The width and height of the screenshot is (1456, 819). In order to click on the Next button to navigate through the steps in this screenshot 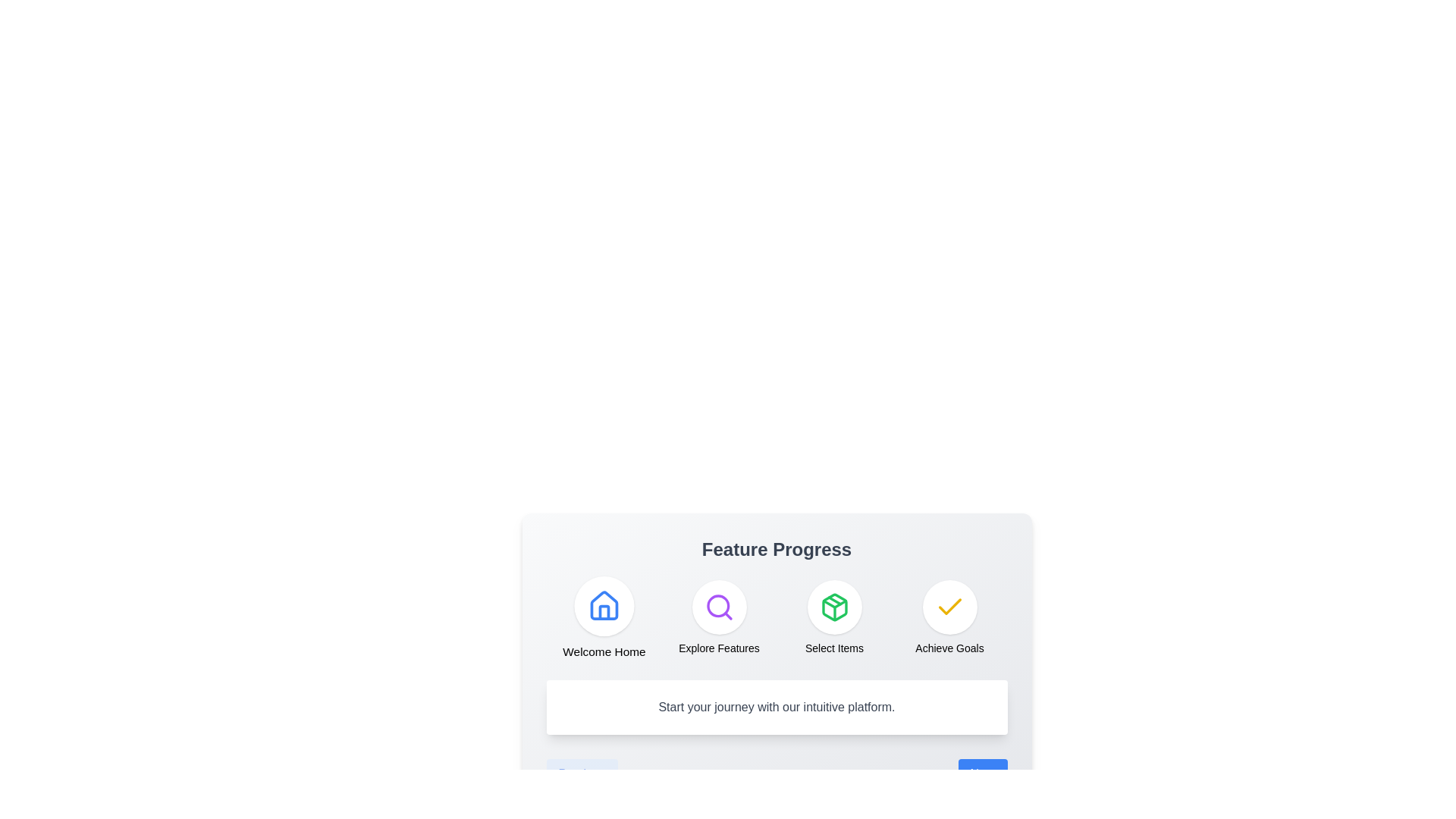, I will do `click(983, 774)`.